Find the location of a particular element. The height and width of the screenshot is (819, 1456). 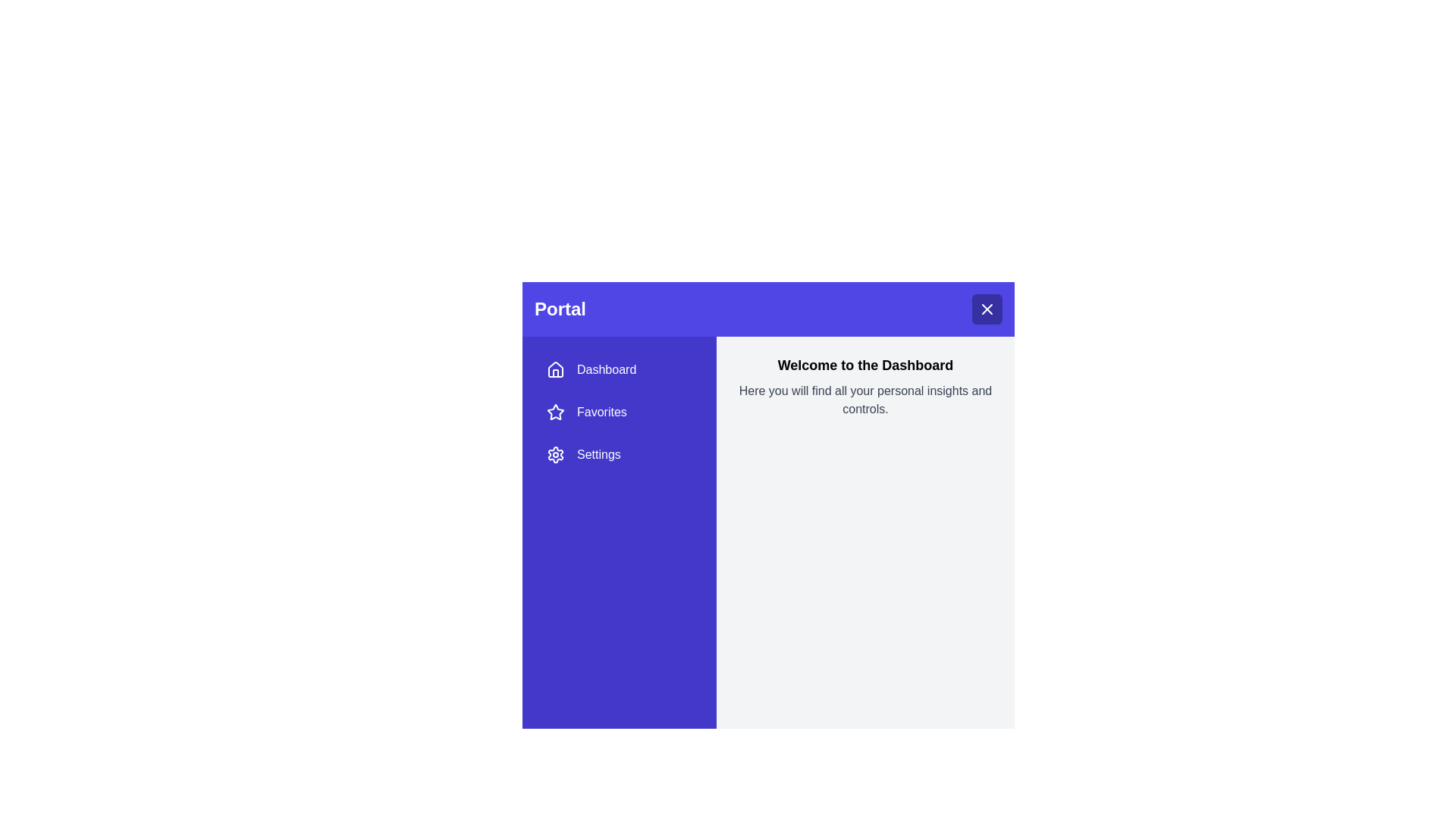

the gear icon associated with the 'Settings' option in the vertical navigation menu is located at coordinates (555, 454).